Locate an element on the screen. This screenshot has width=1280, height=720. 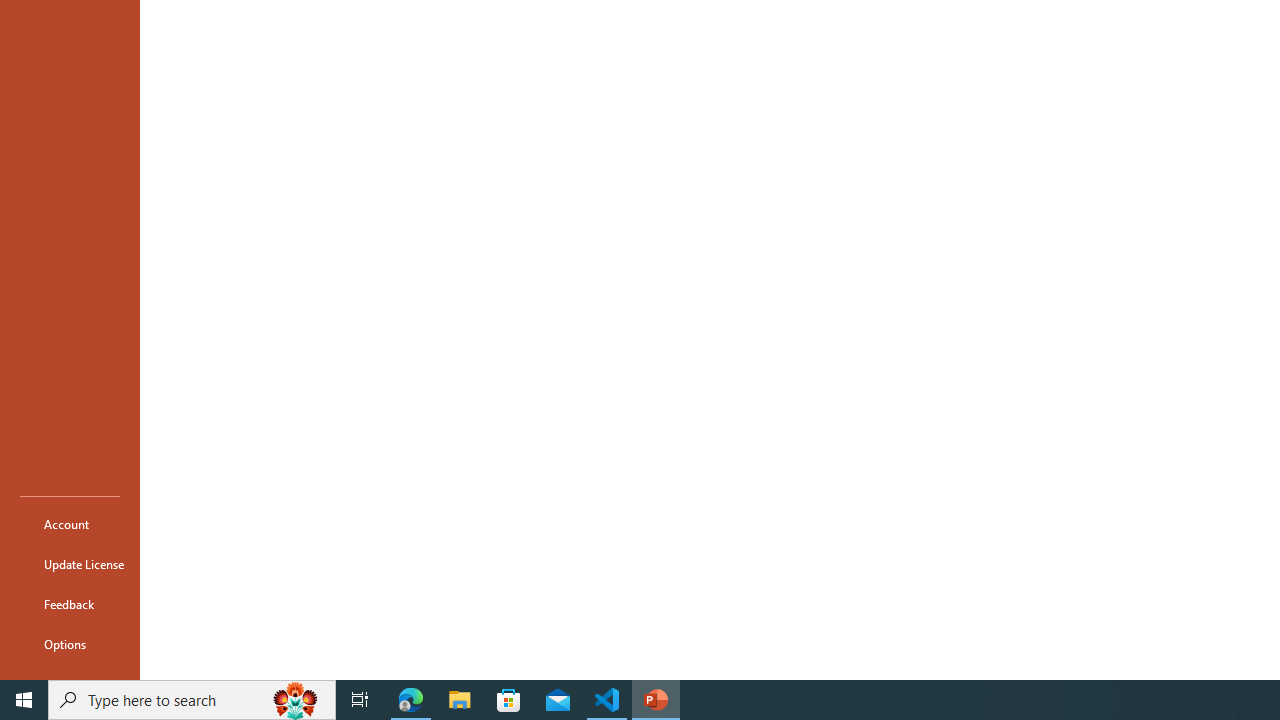
'Options' is located at coordinates (69, 644).